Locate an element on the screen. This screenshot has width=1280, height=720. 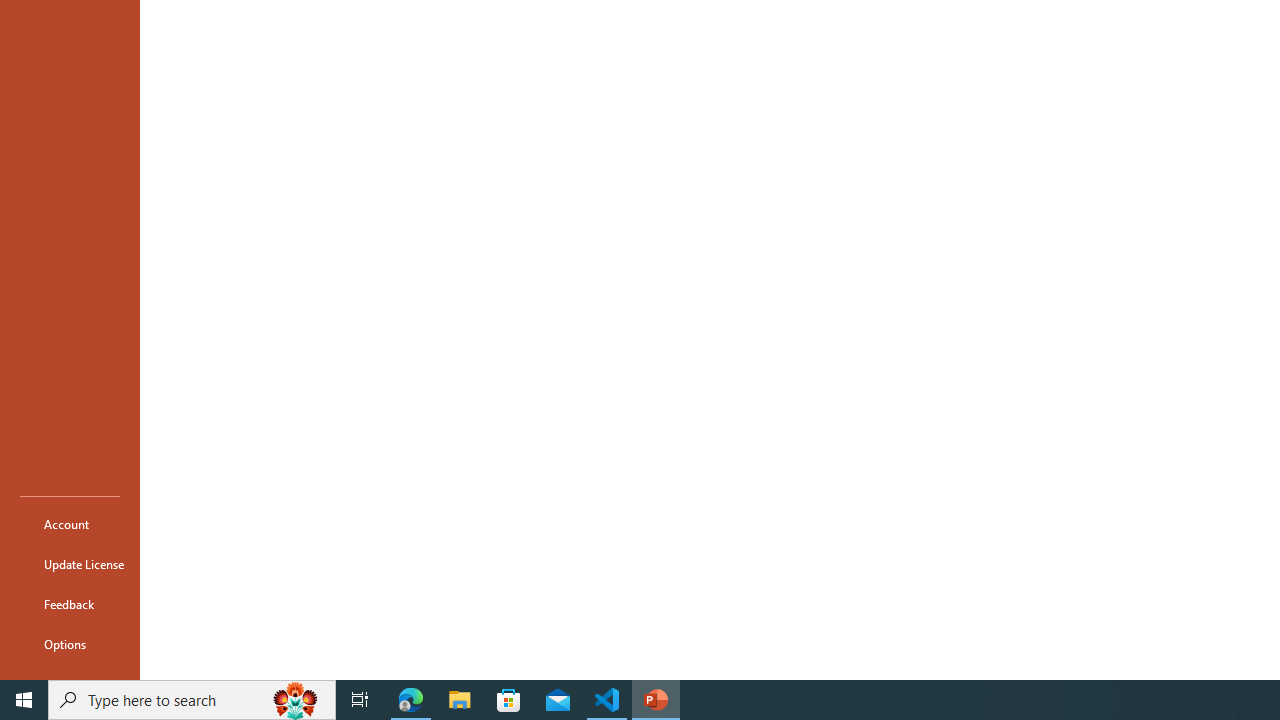
'Options' is located at coordinates (69, 644).